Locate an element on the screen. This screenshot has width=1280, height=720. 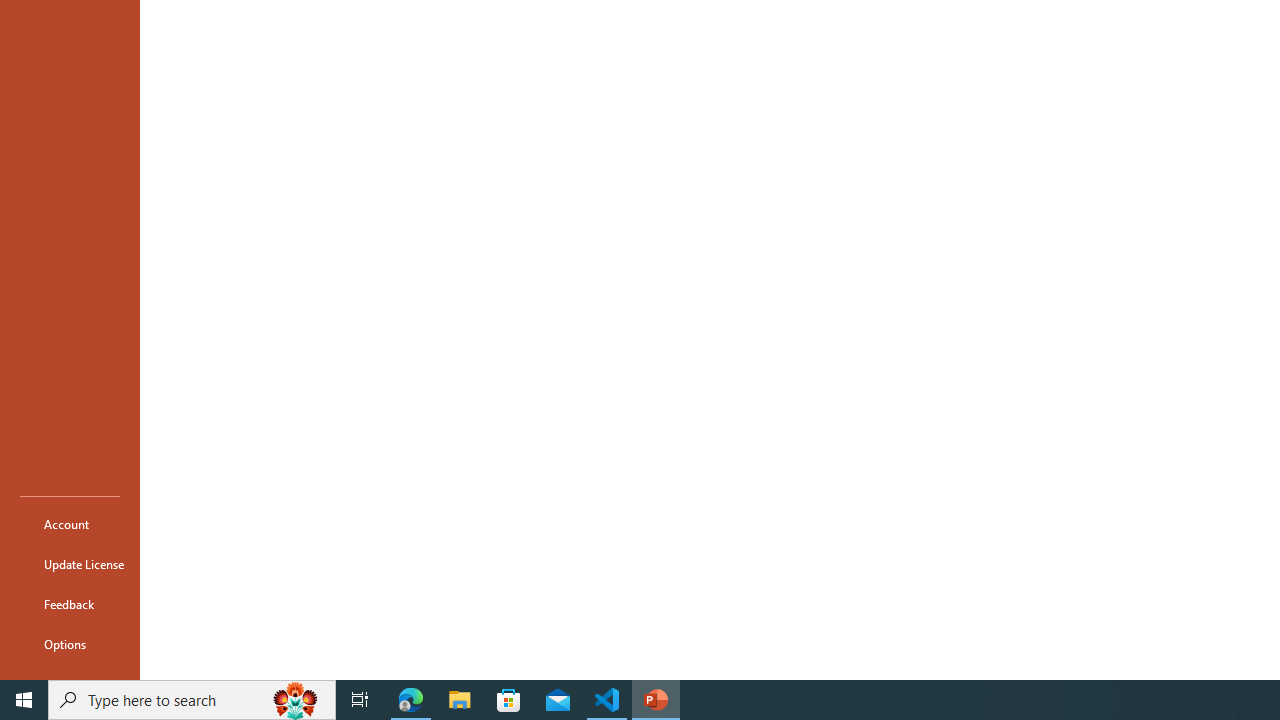
'Options' is located at coordinates (69, 644).